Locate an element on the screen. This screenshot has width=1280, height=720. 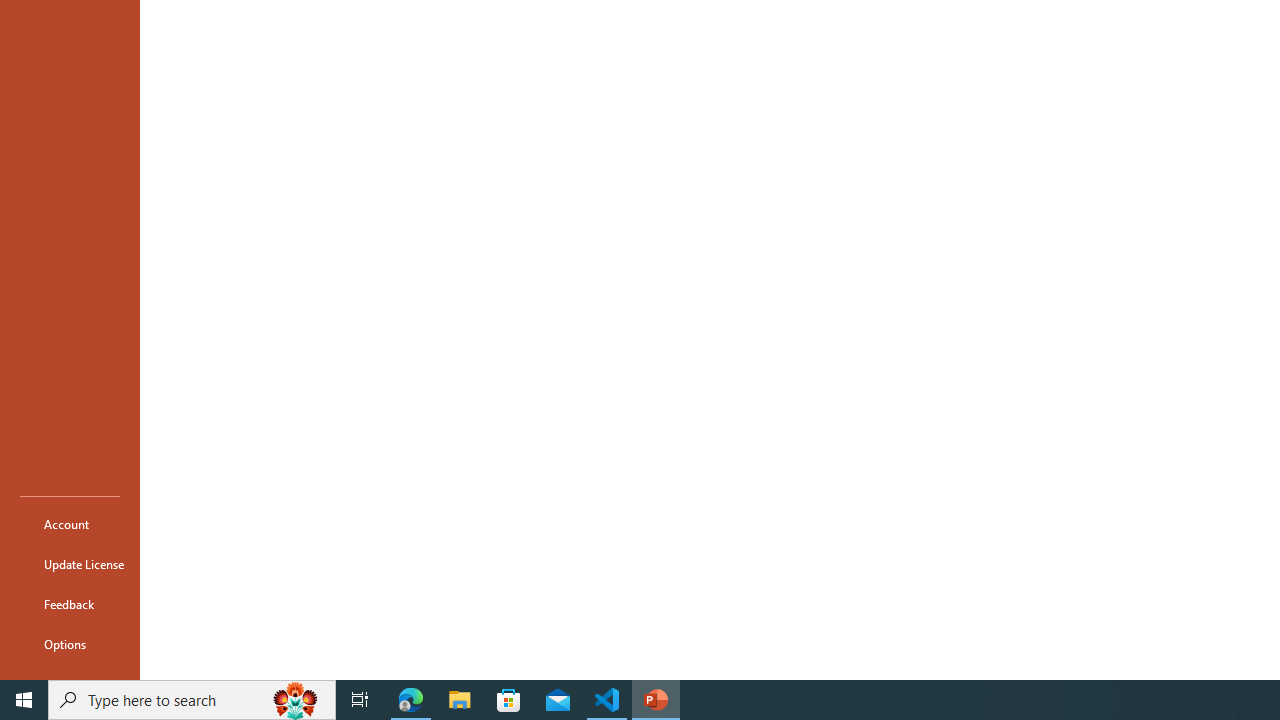
'Options' is located at coordinates (69, 644).